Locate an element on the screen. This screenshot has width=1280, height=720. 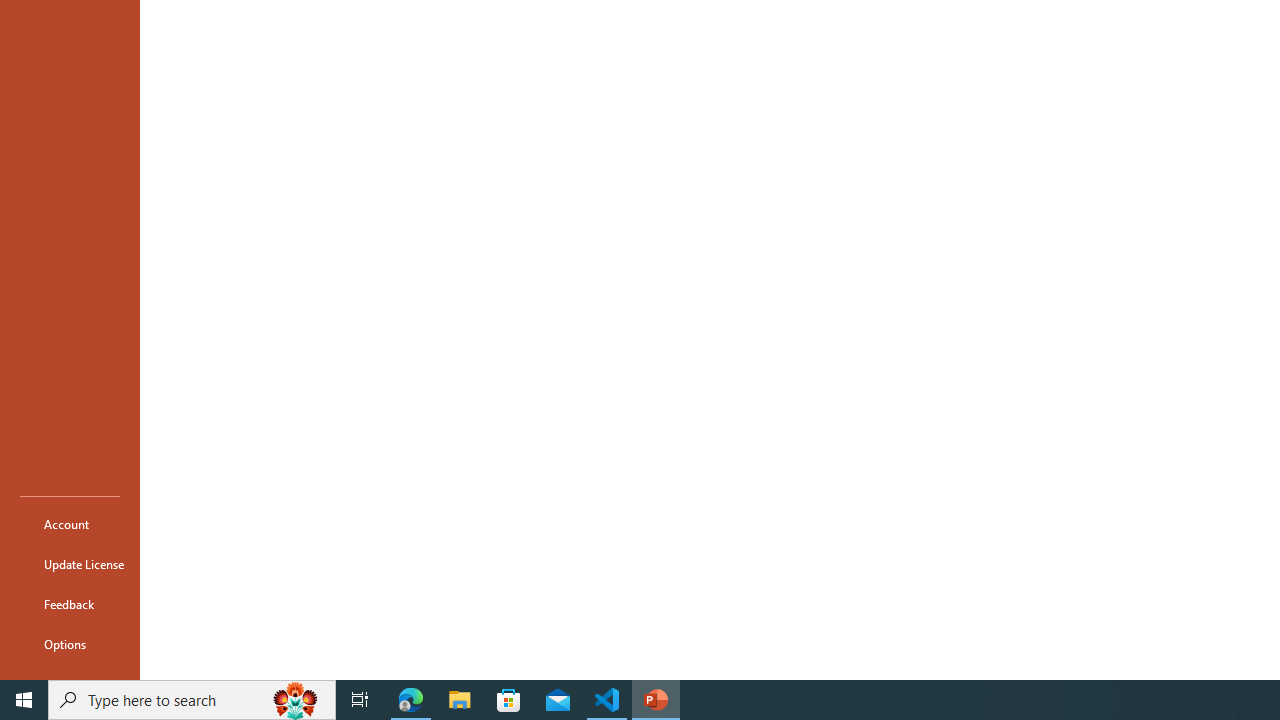
'Options' is located at coordinates (69, 644).